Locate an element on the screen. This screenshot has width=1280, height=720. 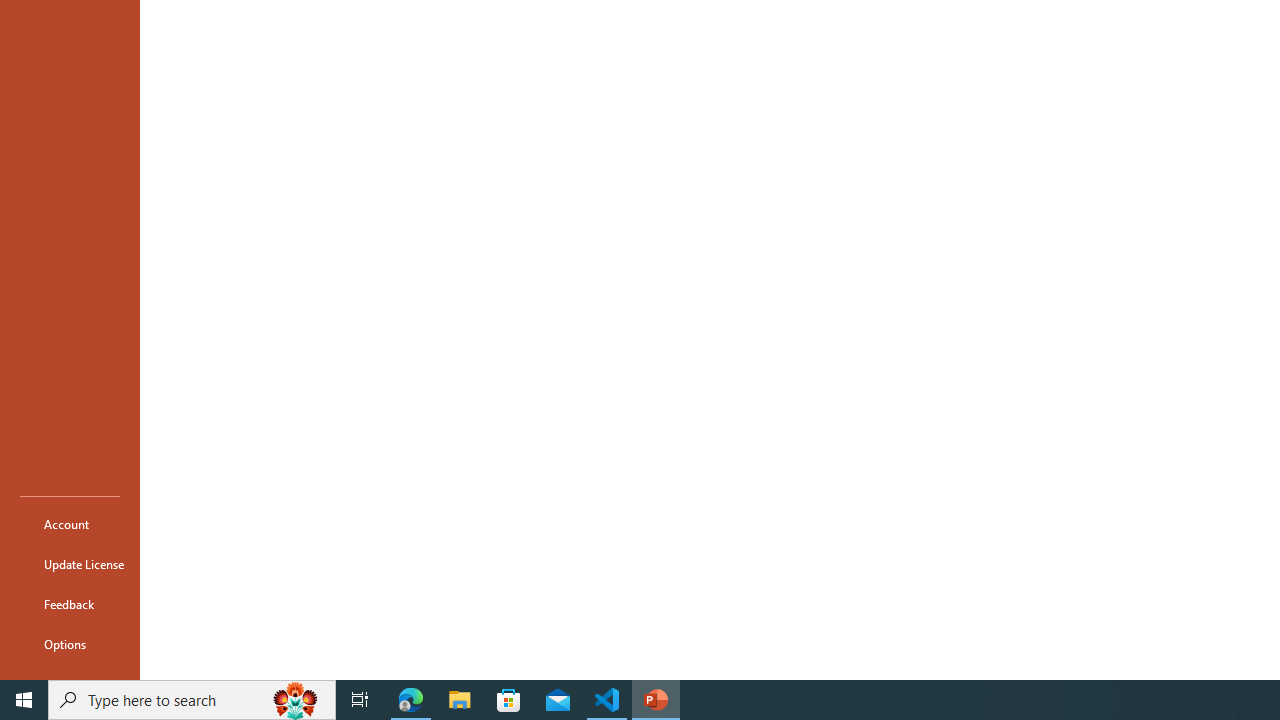
'Options' is located at coordinates (69, 644).